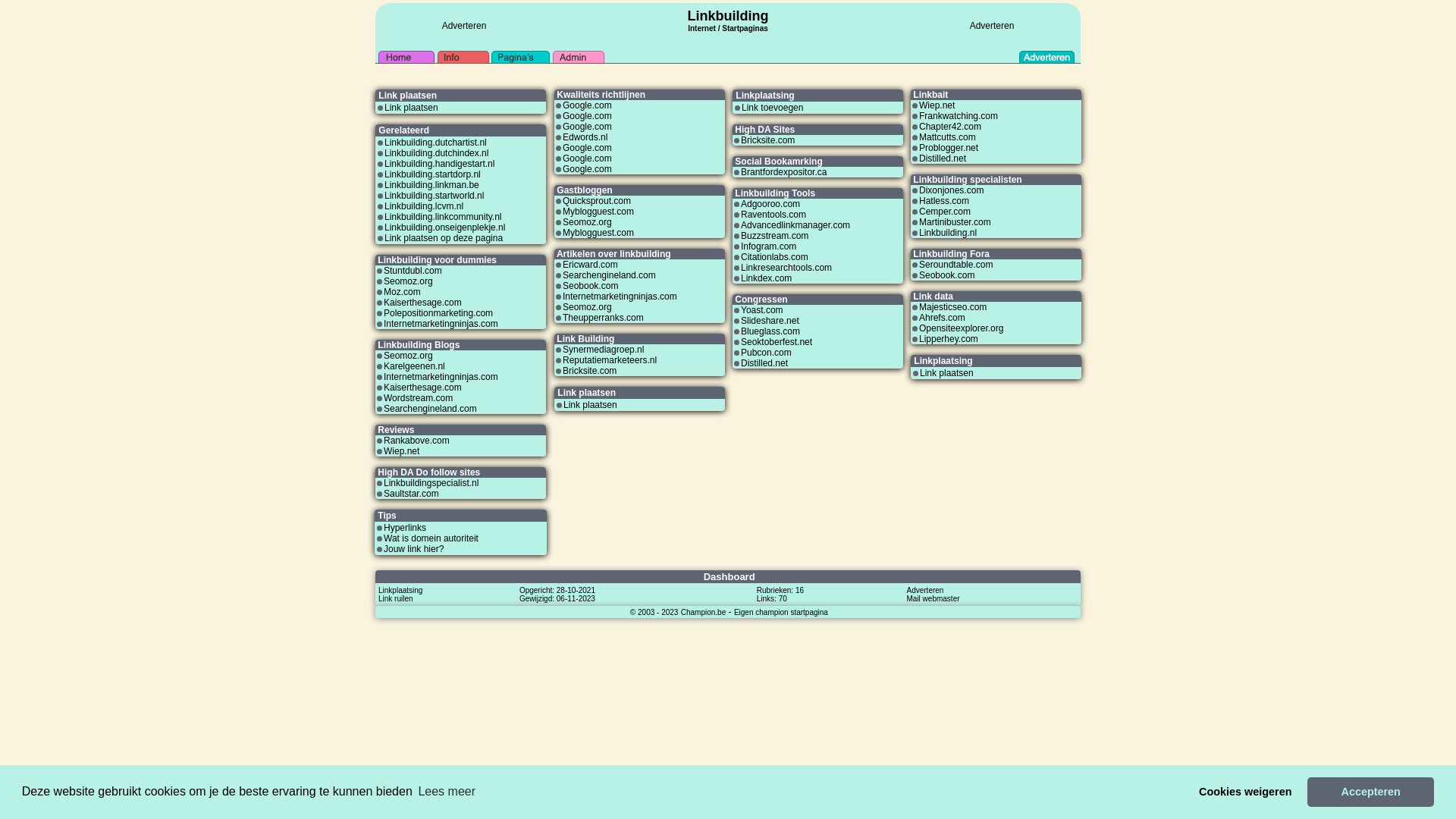 The height and width of the screenshot is (819, 1456). Describe the element at coordinates (772, 107) in the screenshot. I see `'Link toevoegen'` at that location.